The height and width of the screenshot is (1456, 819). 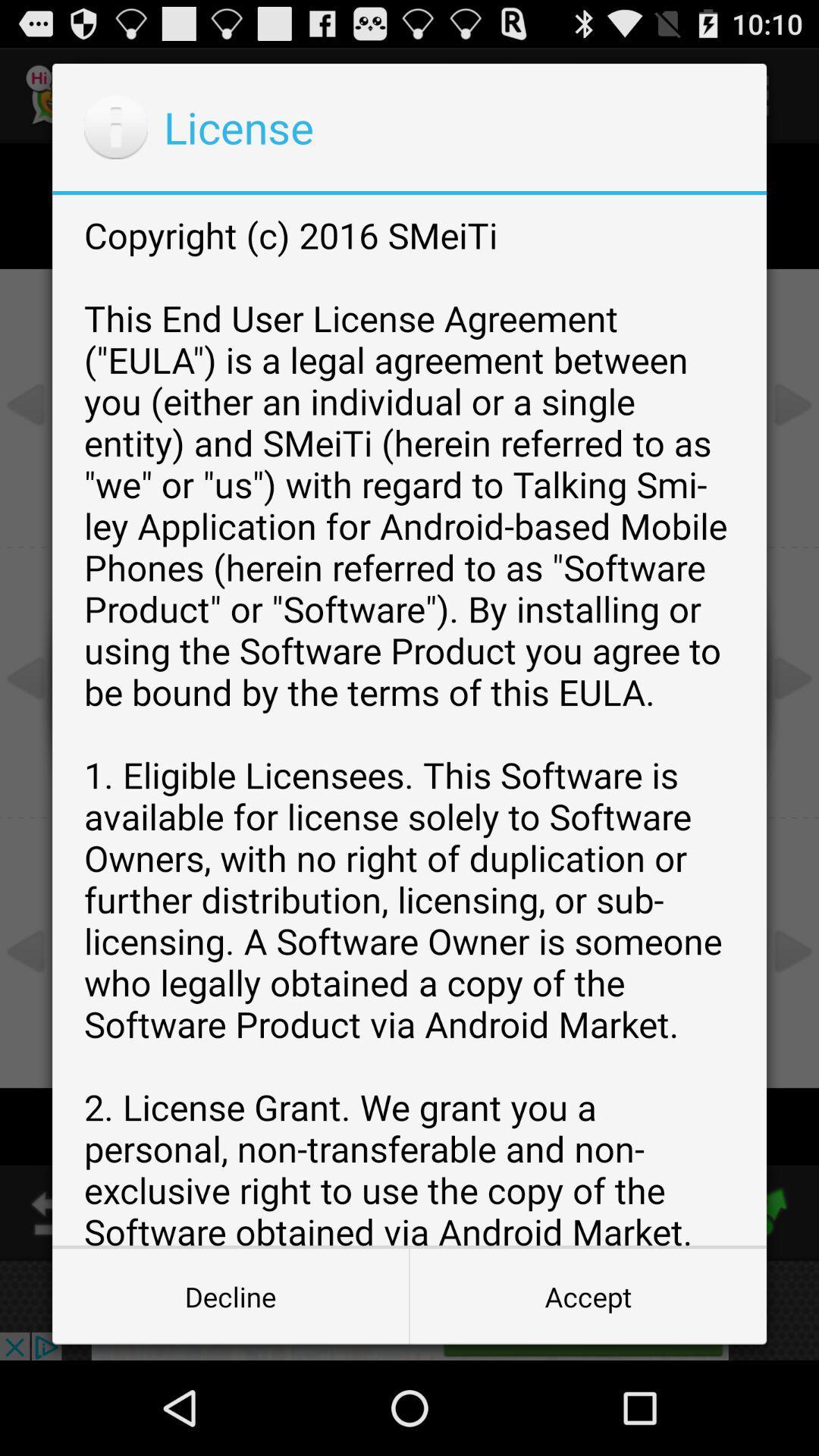 What do you see at coordinates (231, 1295) in the screenshot?
I see `the icon at the bottom left corner` at bounding box center [231, 1295].